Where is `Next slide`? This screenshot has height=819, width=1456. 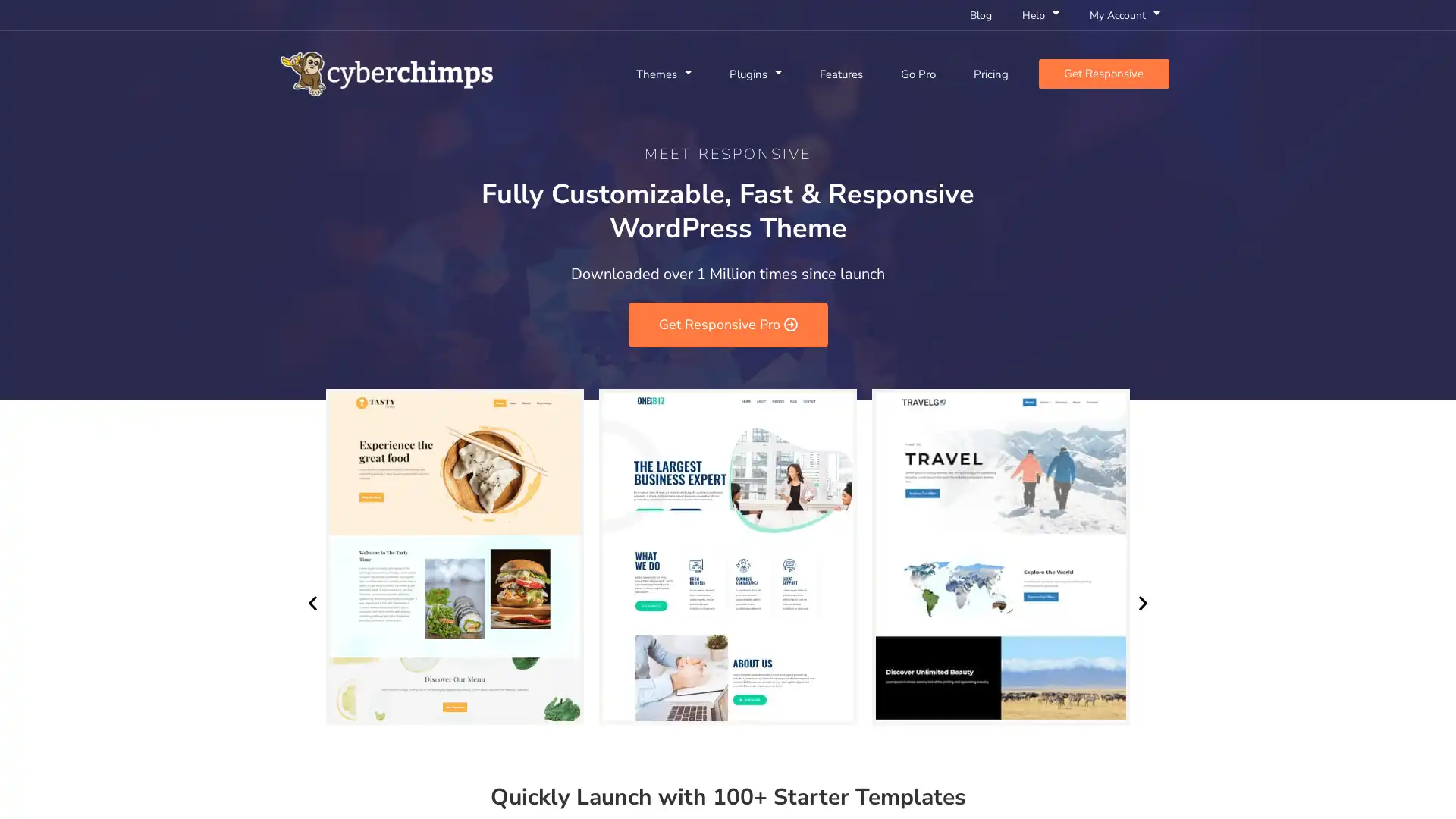 Next slide is located at coordinates (1143, 601).